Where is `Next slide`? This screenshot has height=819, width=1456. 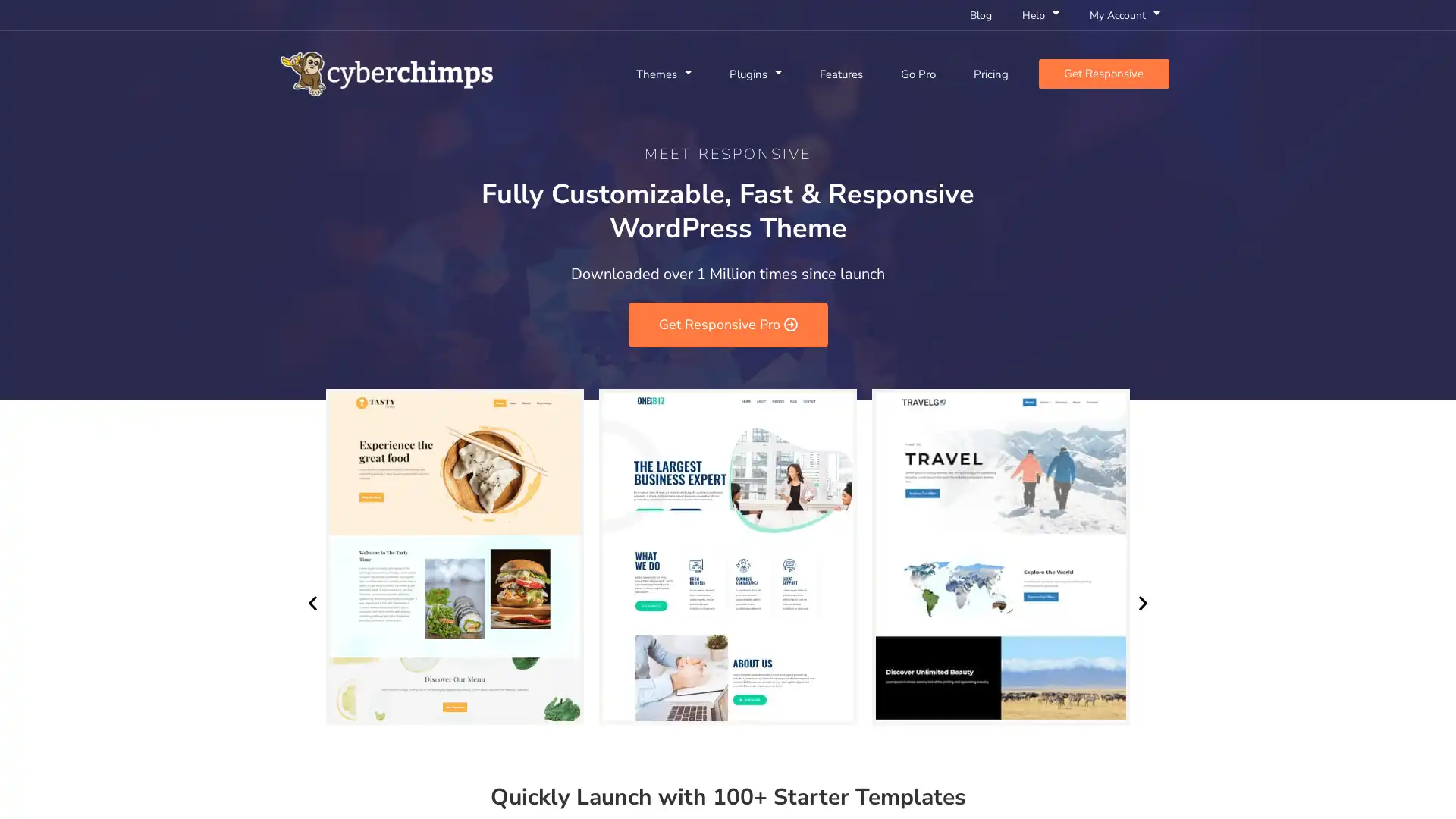 Next slide is located at coordinates (1143, 601).